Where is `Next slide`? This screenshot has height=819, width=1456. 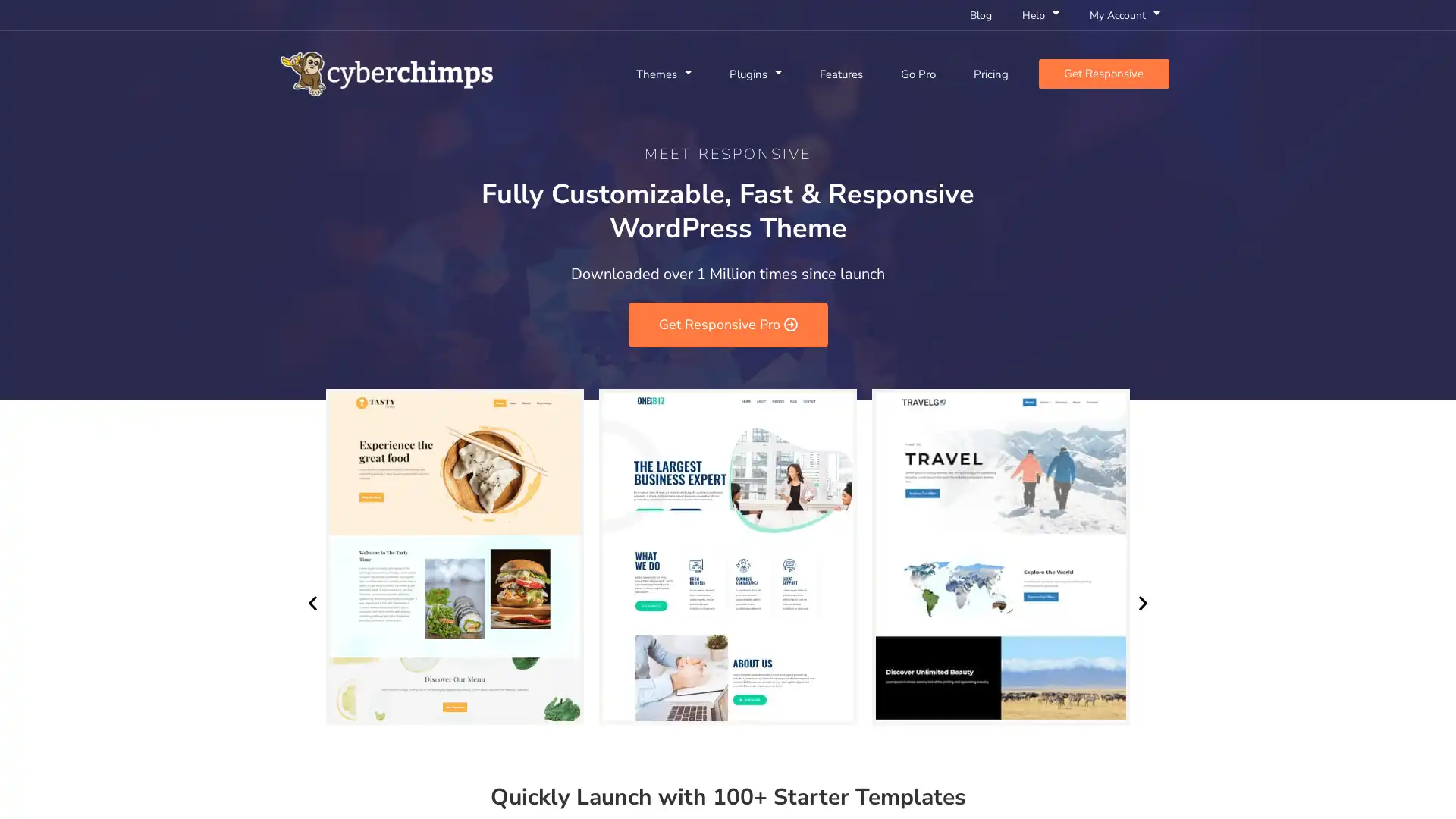 Next slide is located at coordinates (1143, 601).